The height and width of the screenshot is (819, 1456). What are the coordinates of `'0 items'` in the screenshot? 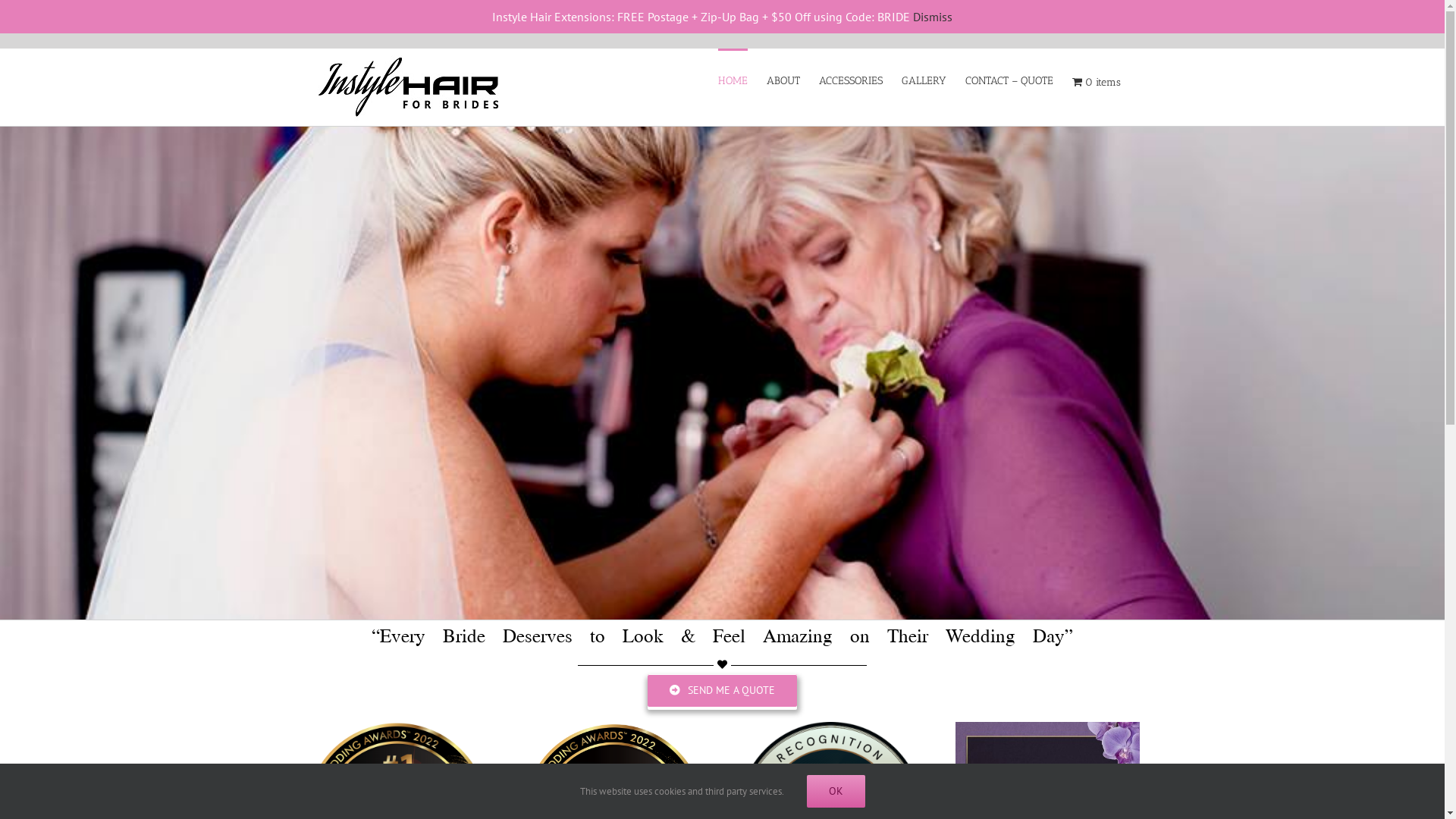 It's located at (1072, 81).